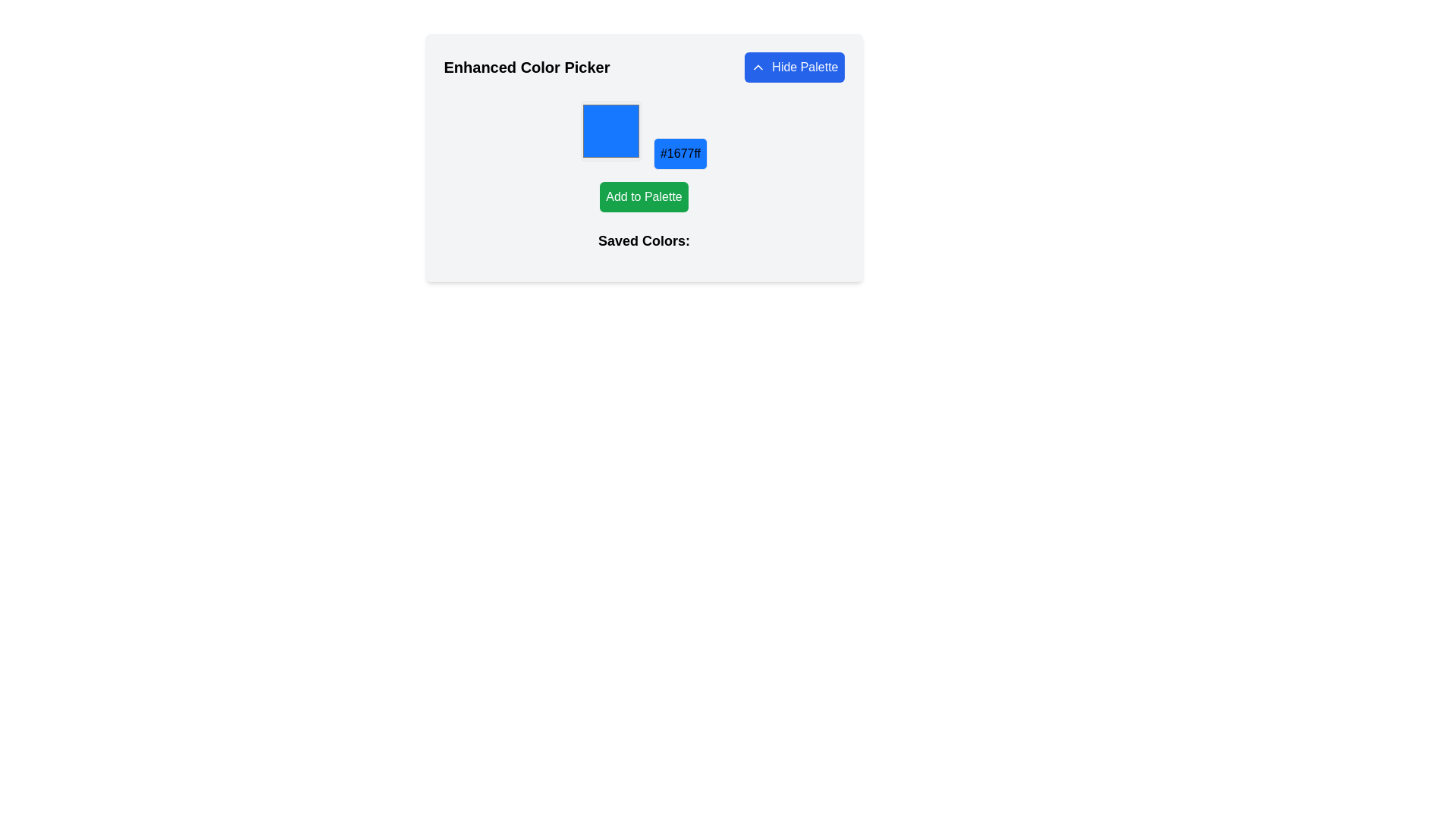 The image size is (1456, 819). Describe the element at coordinates (644, 134) in the screenshot. I see `the bold, blue-colored static text displaying the hexadecimal color code '#1677ff' within the color selection panel` at that location.